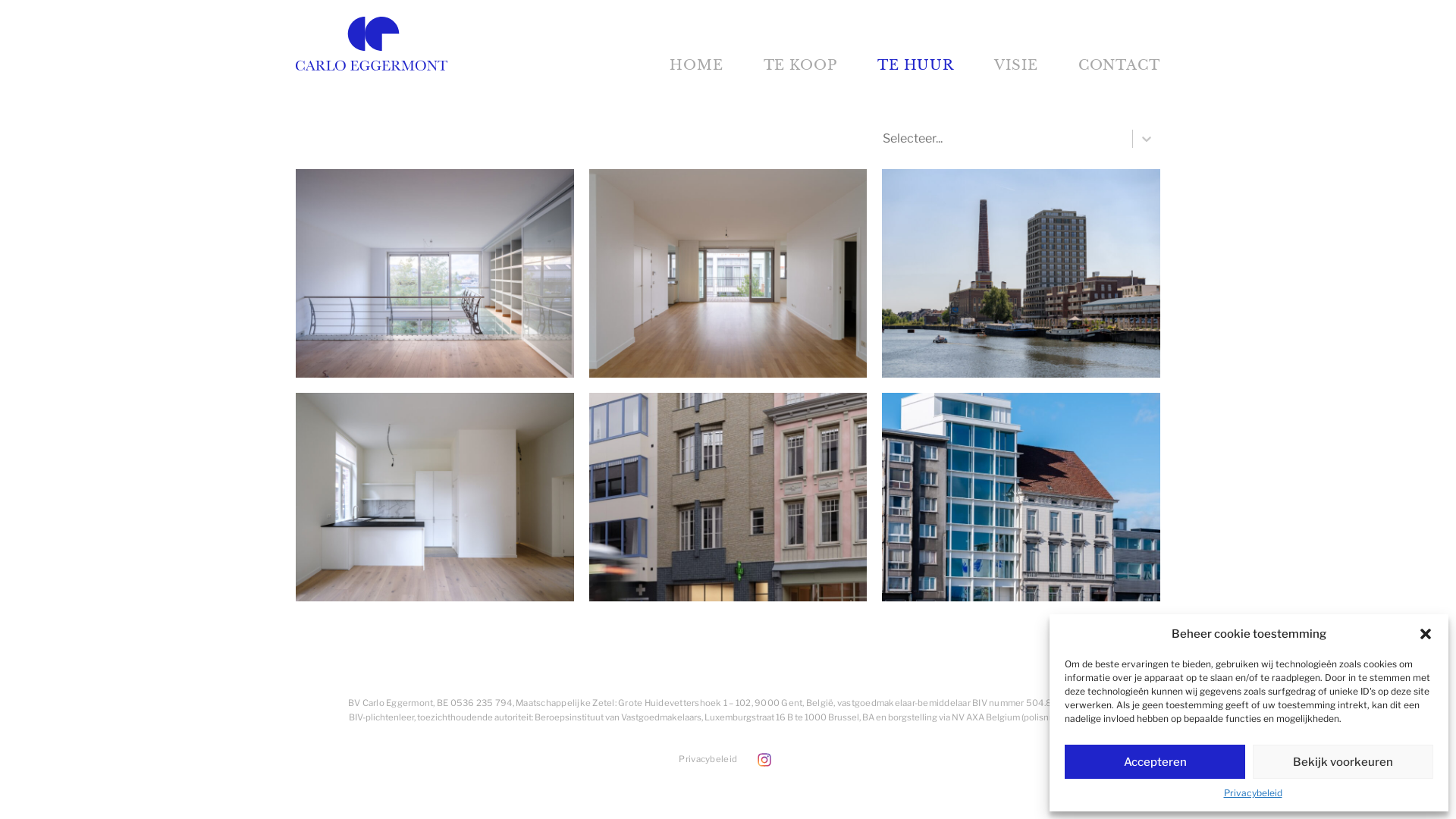  Describe the element at coordinates (1015, 64) in the screenshot. I see `'VISIE'` at that location.